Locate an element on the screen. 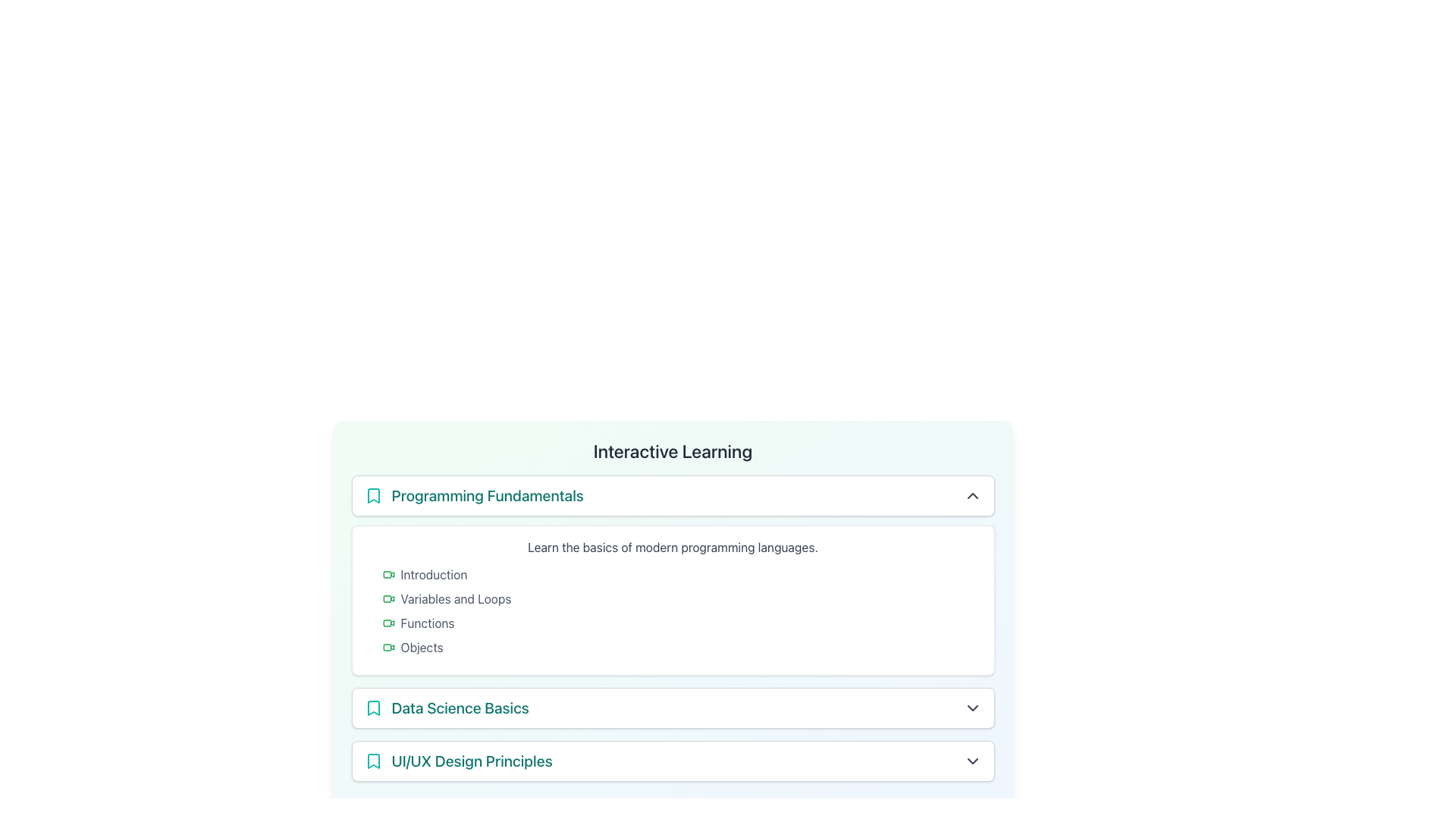  the teal bookmark icon adjacent to the 'Data Science Basics' text label in the 'Programming Fundamentals' section is located at coordinates (446, 708).